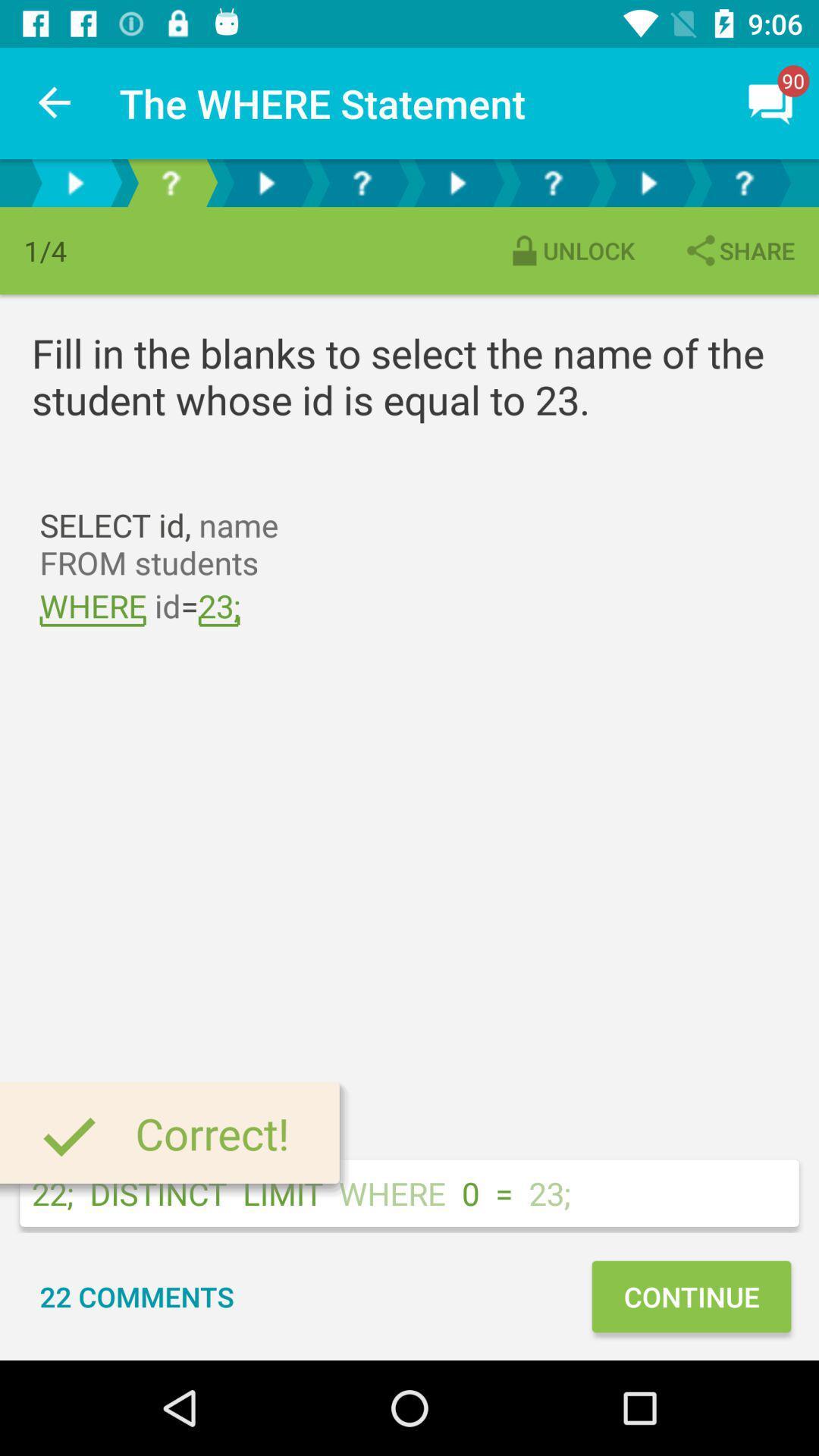 This screenshot has width=819, height=1456. Describe the element at coordinates (553, 182) in the screenshot. I see `the help icon` at that location.